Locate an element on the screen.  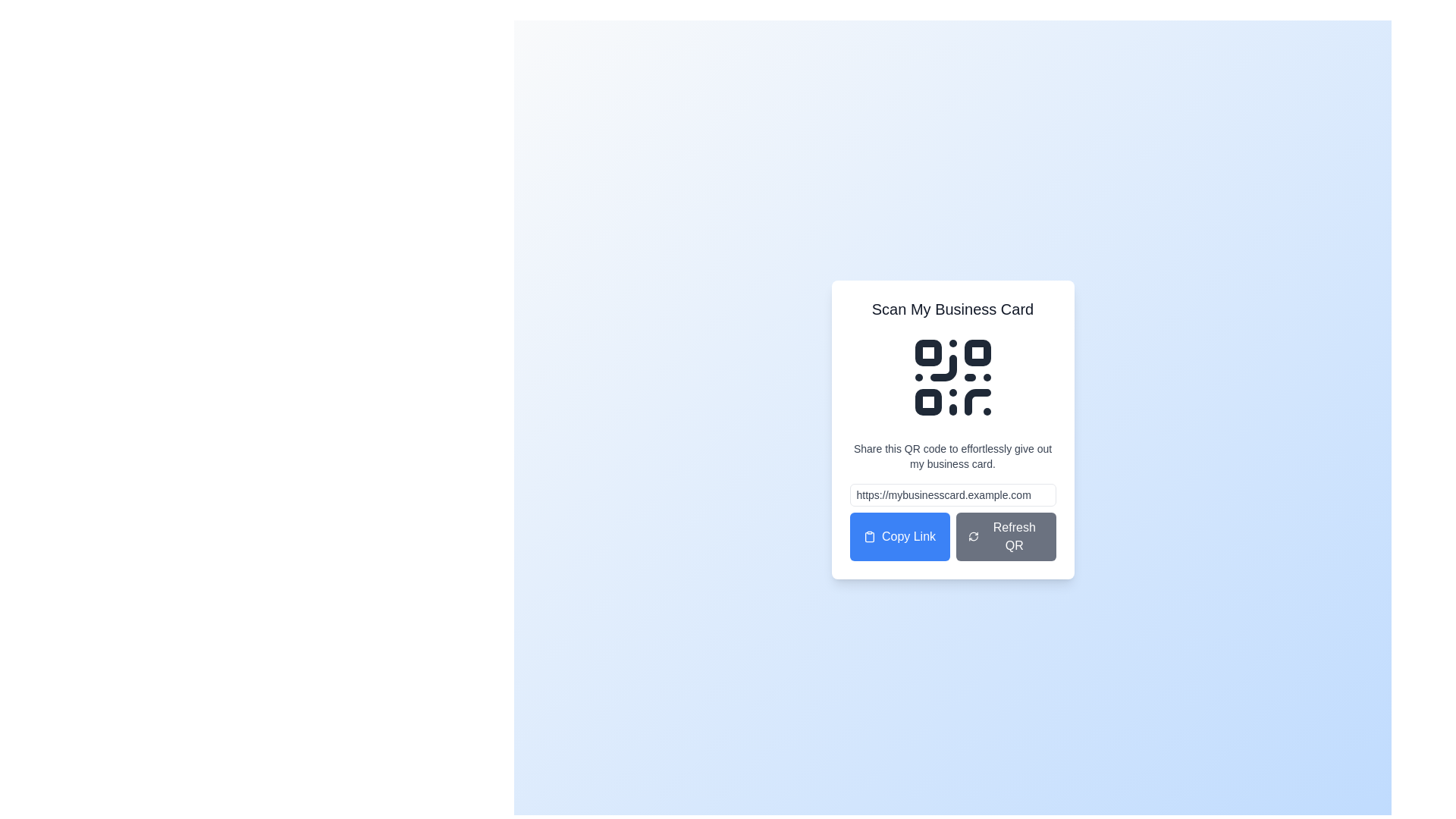
the refresh icon located within the 'Refresh QR' button at the bottom right of the card, which visually indicates the refresh functionality is located at coordinates (973, 536).